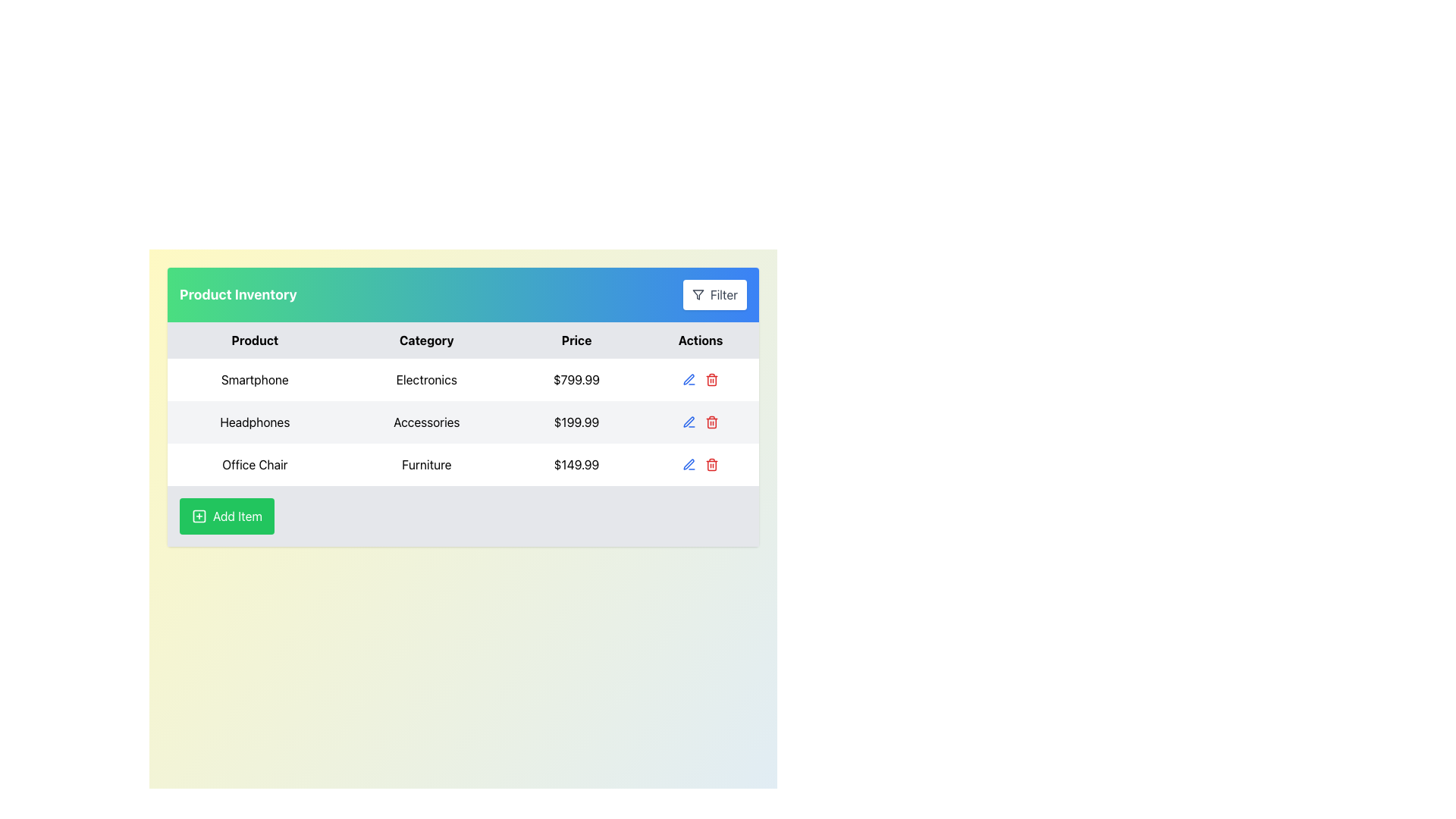 This screenshot has width=1456, height=819. I want to click on the static text label indicating 'Product Inventory' located at the top left of the section header, so click(237, 295).